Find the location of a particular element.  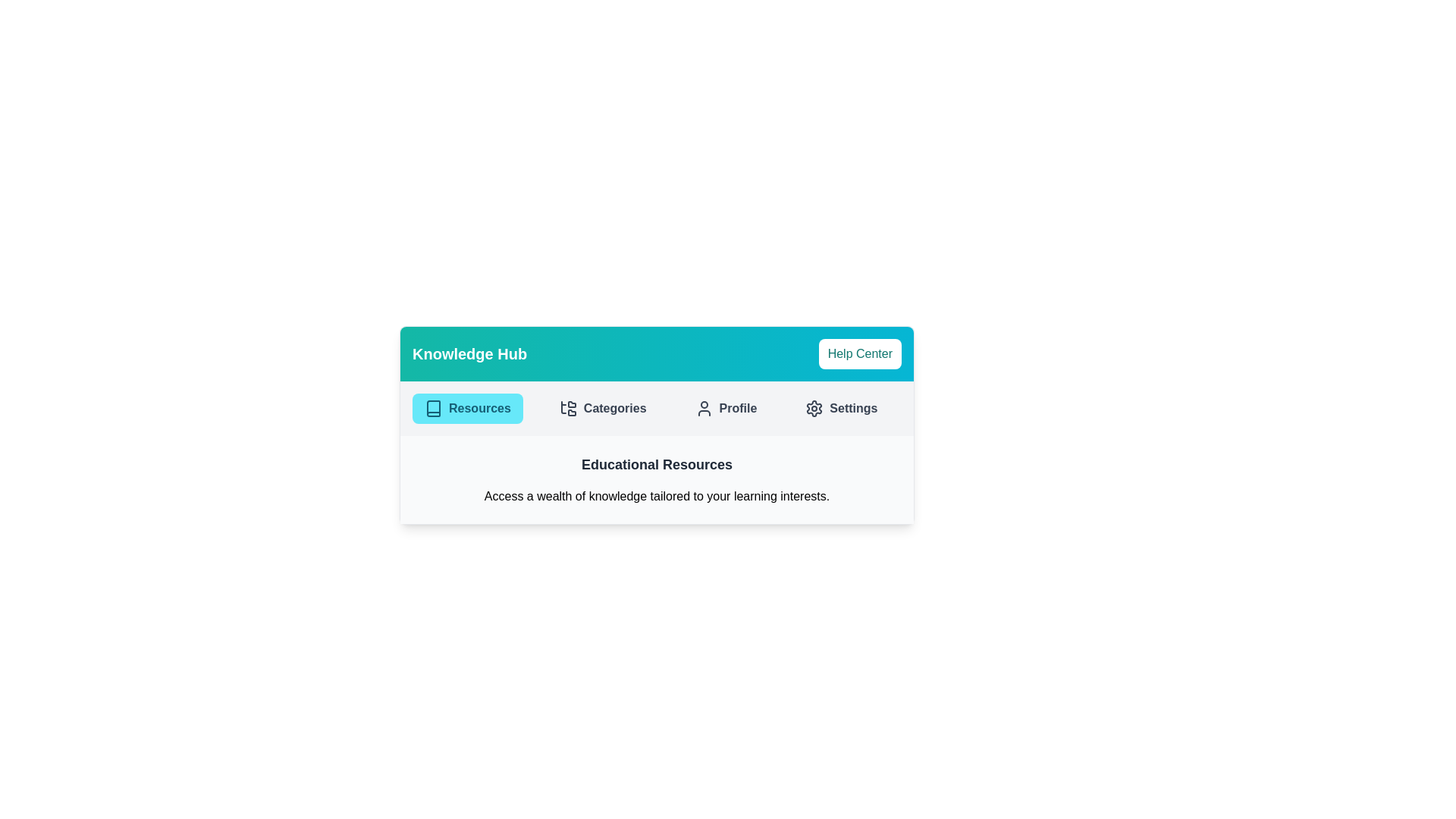

the center of the settings icon, represented as a gear is located at coordinates (814, 408).